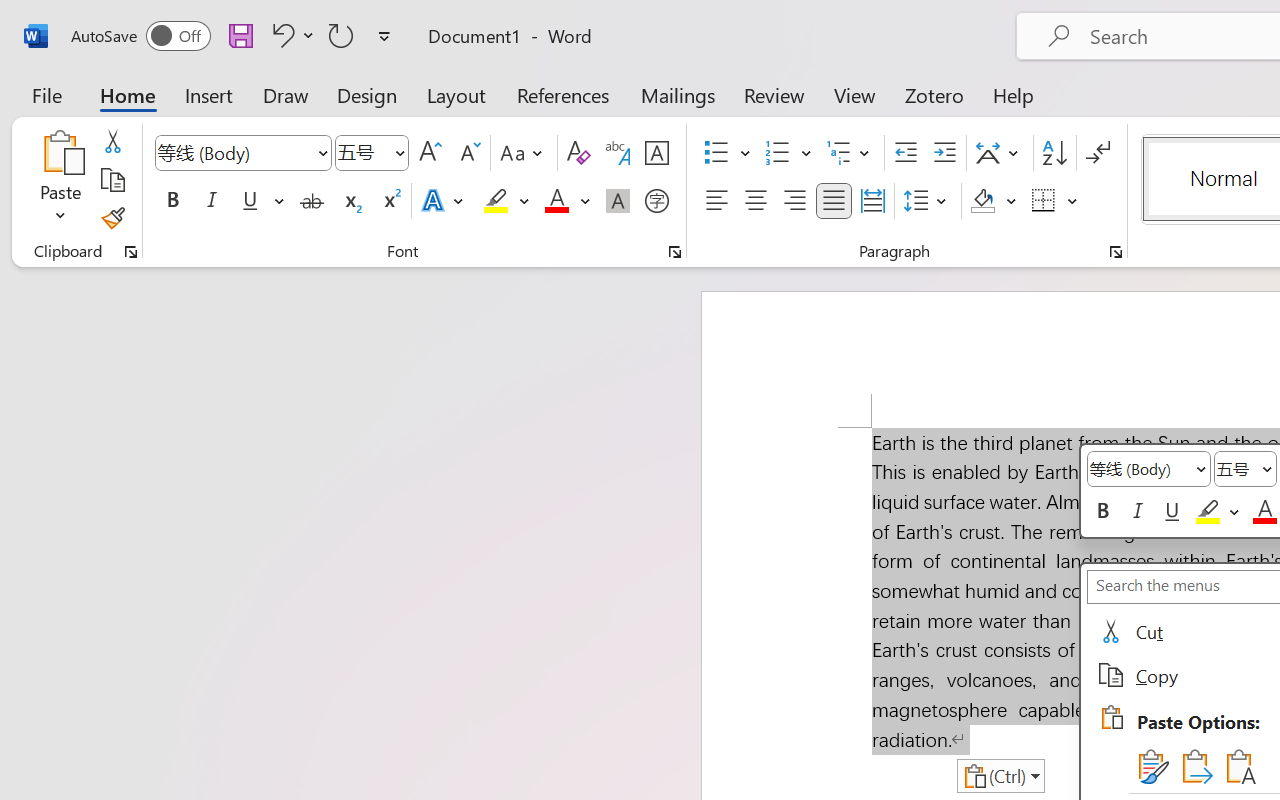 This screenshot has width=1280, height=800. I want to click on 'Text Effects and Typography', so click(443, 201).